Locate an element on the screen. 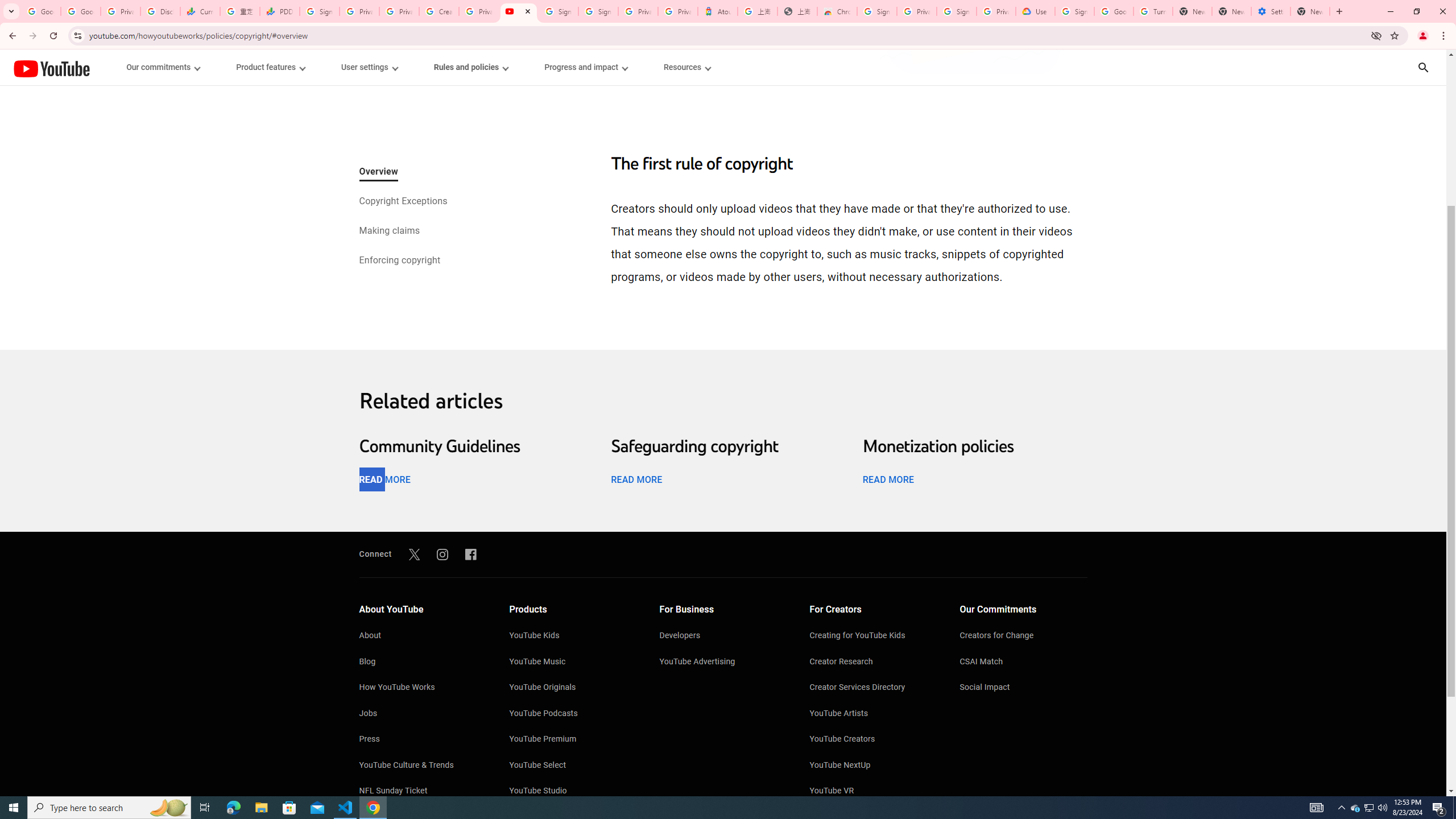 This screenshot has height=819, width=1456. 'YouTube Copyright Rules & Policies - How YouTube Works' is located at coordinates (518, 11).